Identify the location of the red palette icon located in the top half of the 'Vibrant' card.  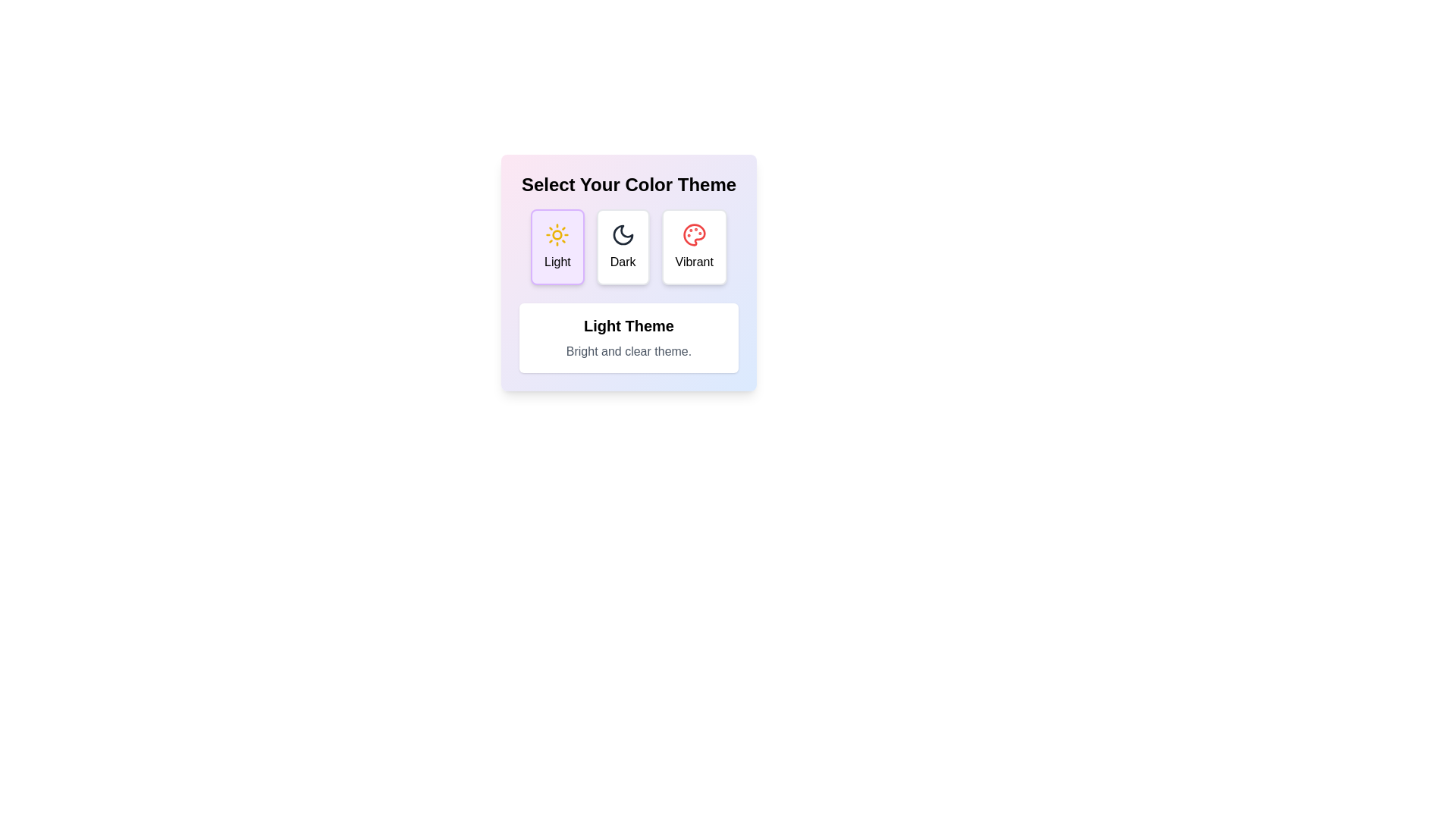
(693, 234).